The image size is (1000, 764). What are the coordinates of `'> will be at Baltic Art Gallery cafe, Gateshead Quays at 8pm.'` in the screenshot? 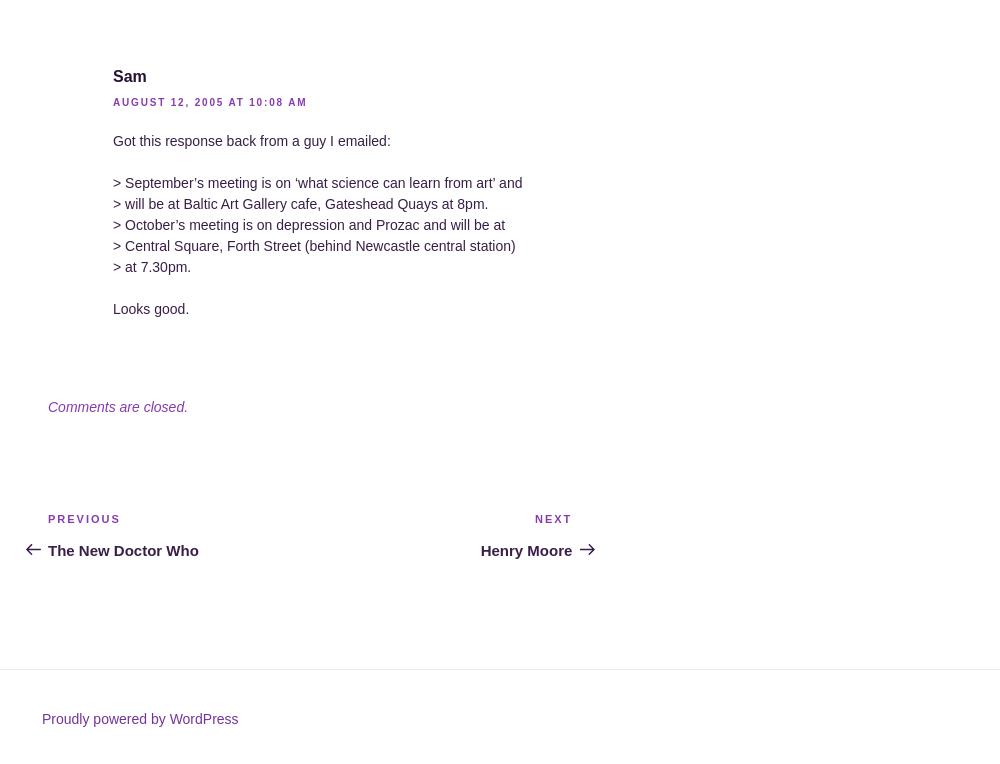 It's located at (300, 202).